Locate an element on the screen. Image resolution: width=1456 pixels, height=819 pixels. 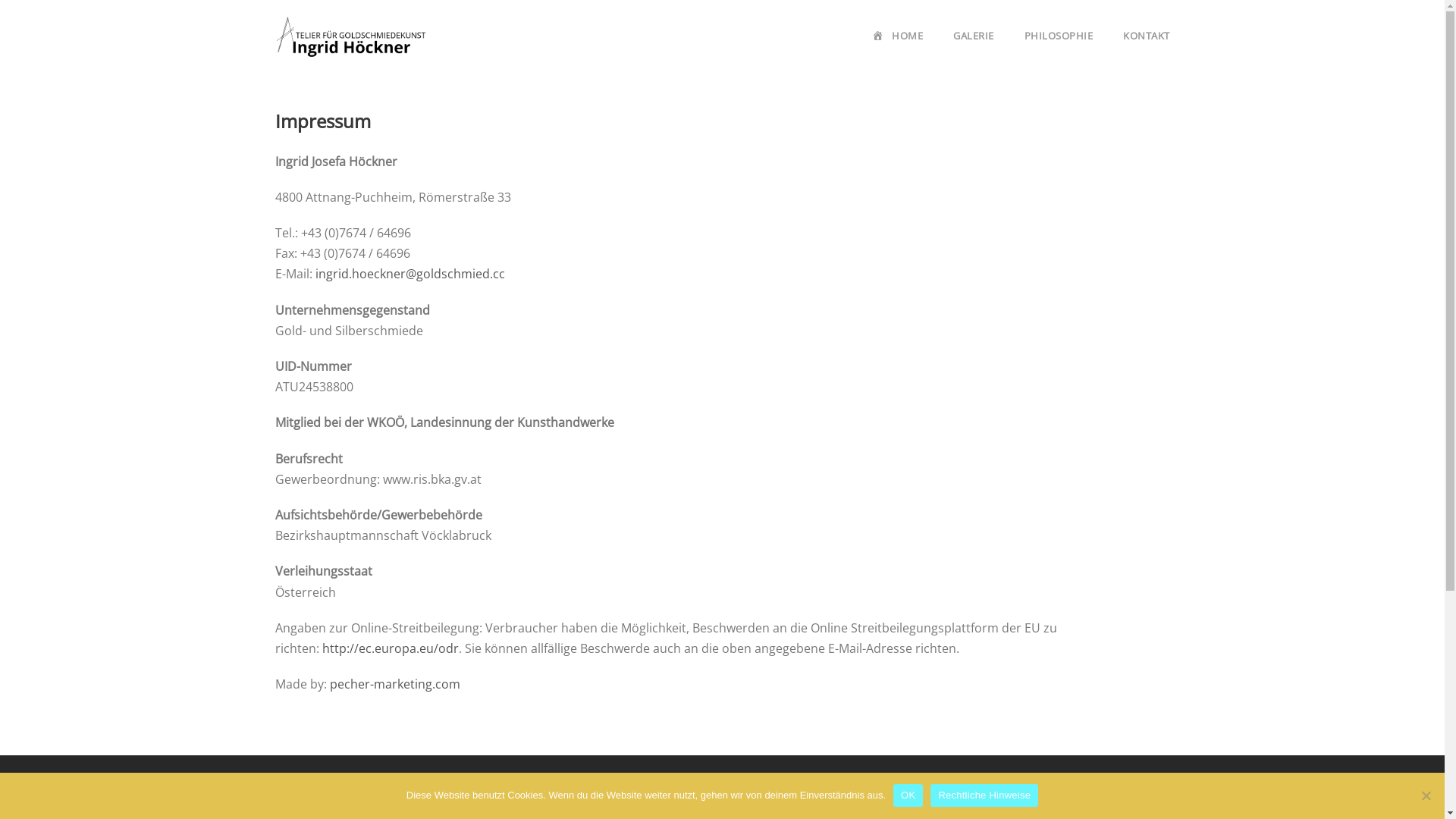
'http://ec.europa.eu/odr' is located at coordinates (389, 648).